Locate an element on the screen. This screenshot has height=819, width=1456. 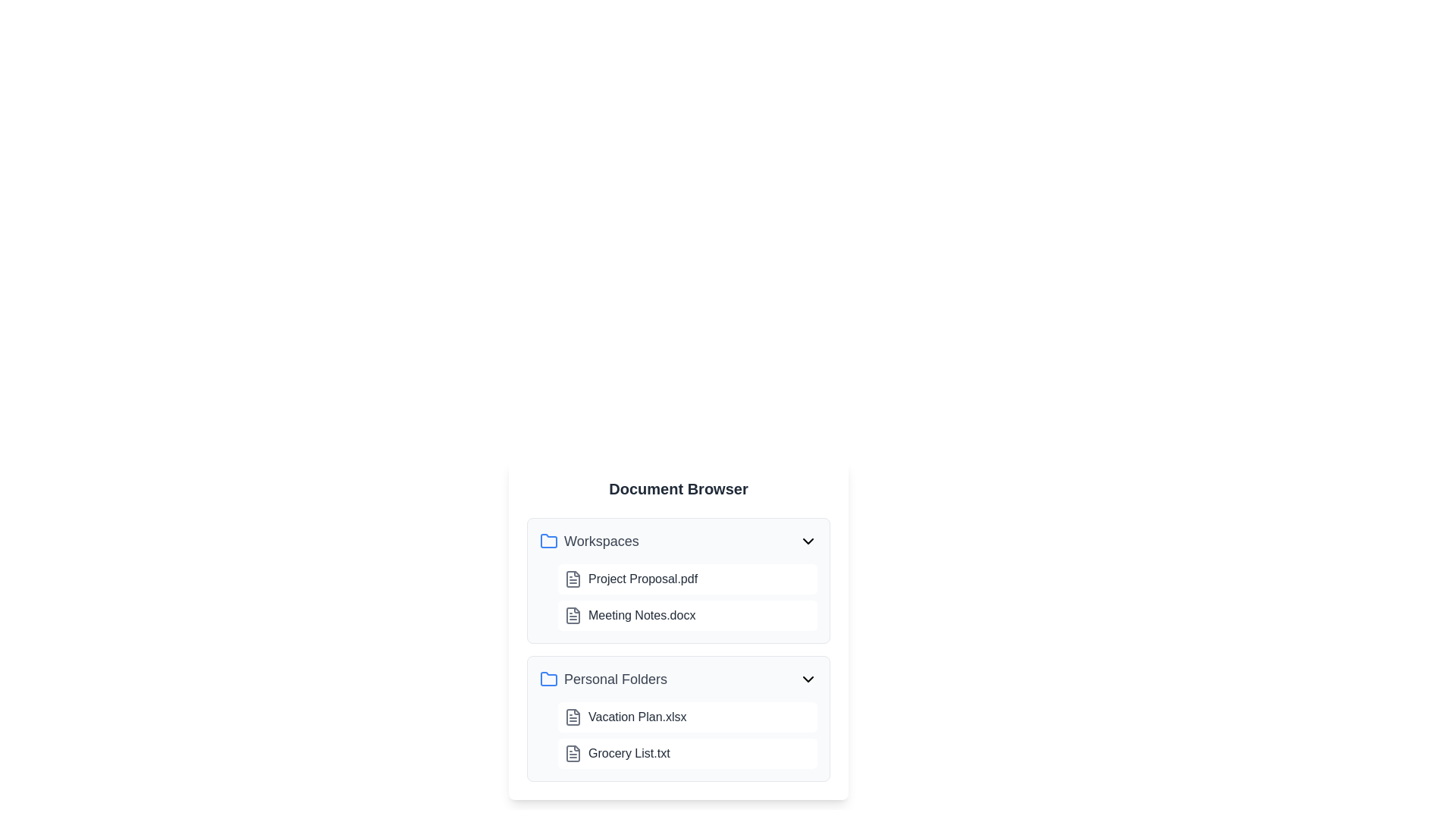
the List item containing the file icon and text label 'Meeting Notes.docx' within the 'Workspaces' document list is located at coordinates (687, 616).